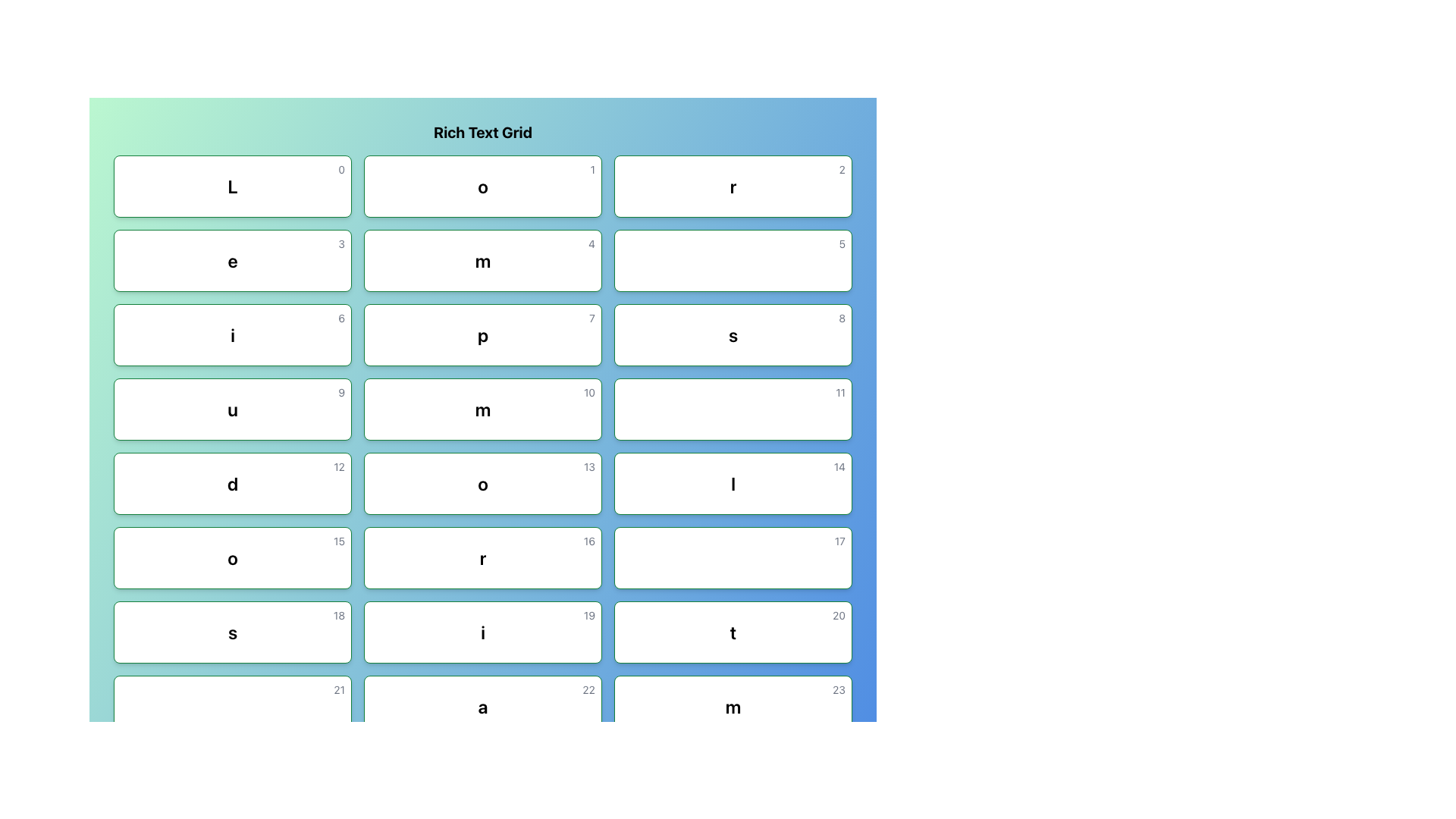  What do you see at coordinates (733, 409) in the screenshot?
I see `the button labeled '11' which is located in the fourth row and third column of the grid, next to the button labeled '10' and below the button labeled '8'` at bounding box center [733, 409].